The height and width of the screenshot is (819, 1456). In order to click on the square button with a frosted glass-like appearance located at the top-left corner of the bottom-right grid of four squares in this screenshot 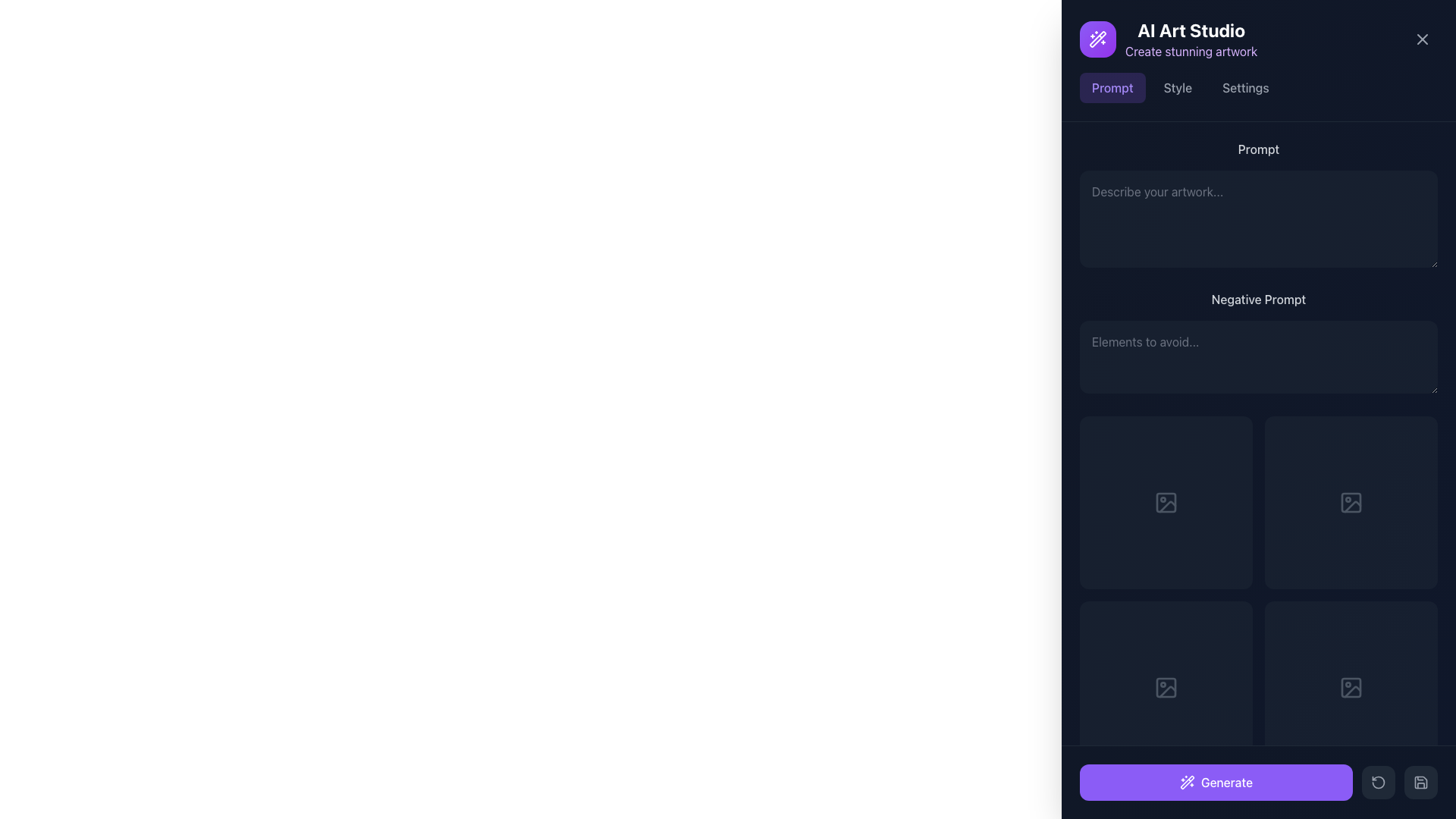, I will do `click(1331, 503)`.